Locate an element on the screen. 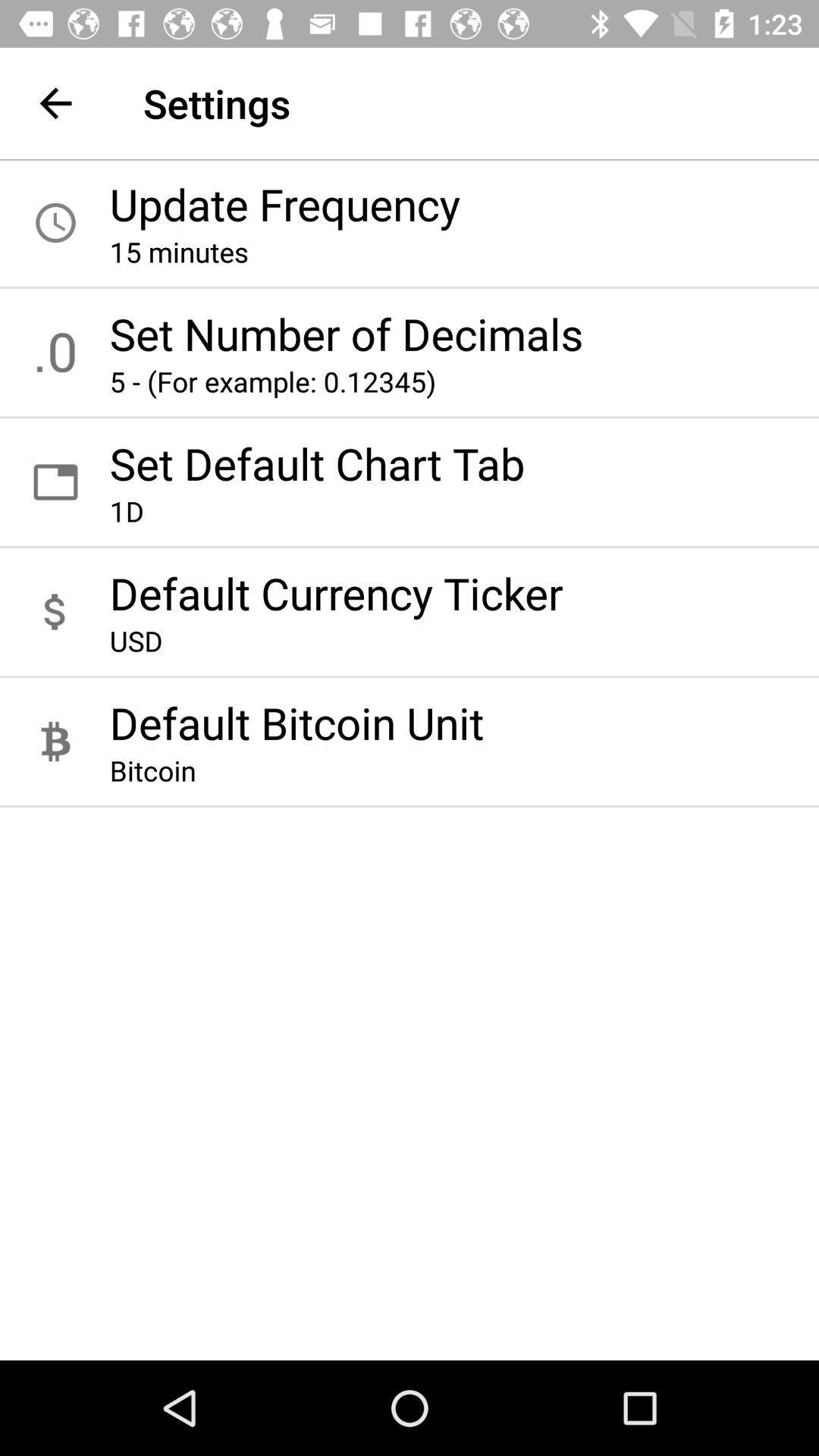  icon next to the settings is located at coordinates (55, 102).